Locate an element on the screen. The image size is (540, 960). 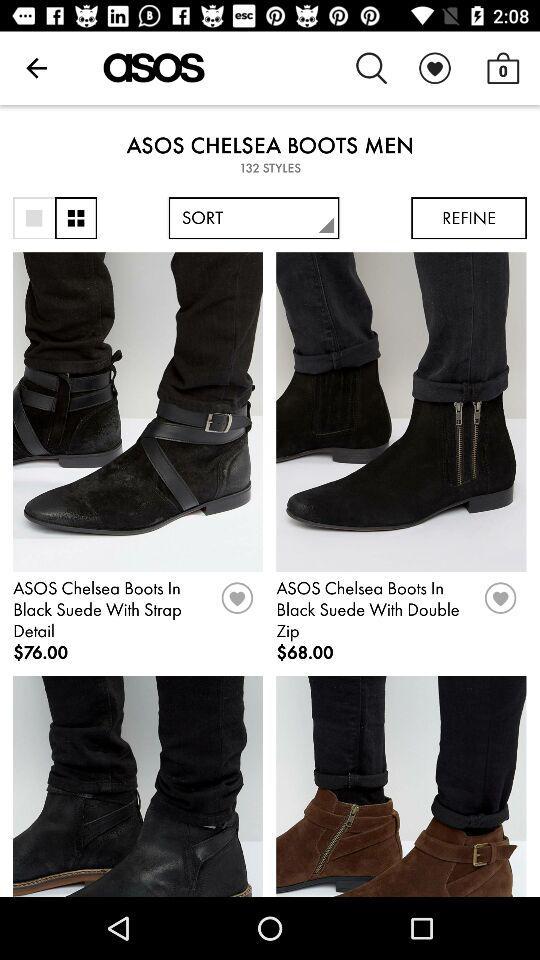
this item is located at coordinates (499, 604).